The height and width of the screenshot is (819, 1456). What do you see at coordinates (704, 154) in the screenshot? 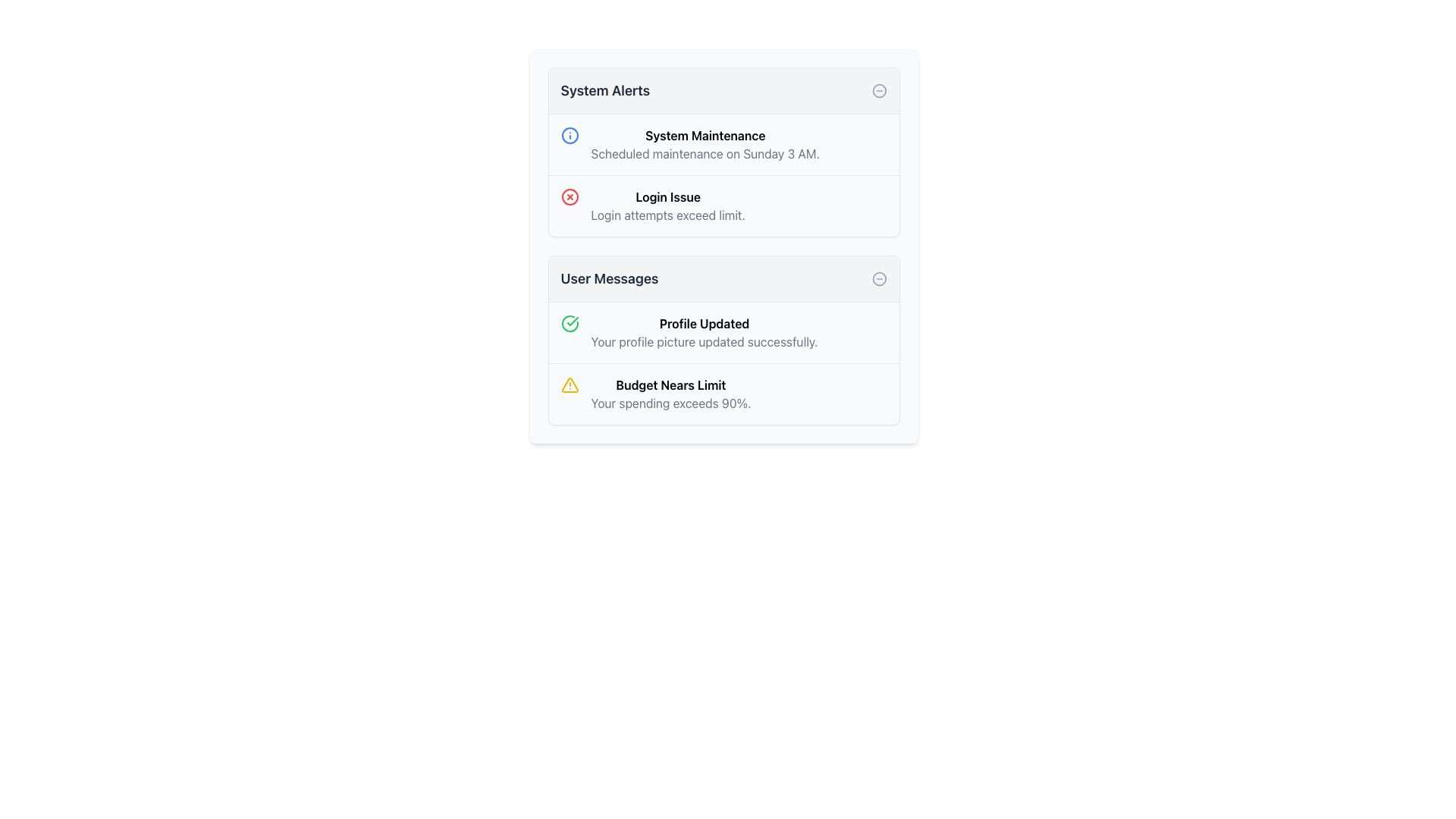
I see `the static text element that provides information about the scheduled maintenance event, located below the 'System Maintenance' heading in the 'System Alerts' section` at bounding box center [704, 154].